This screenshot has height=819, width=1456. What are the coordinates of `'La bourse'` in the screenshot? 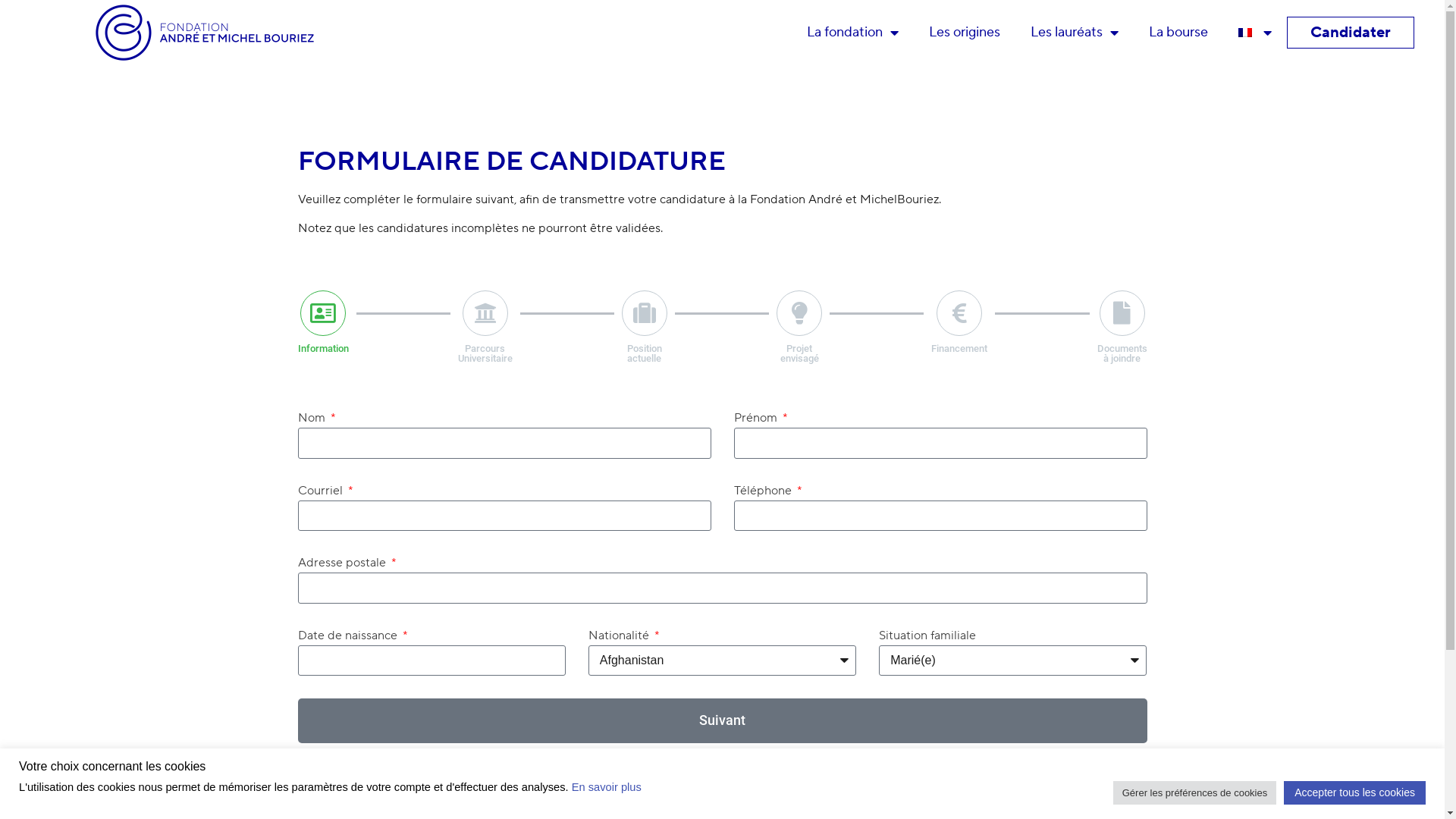 It's located at (1133, 32).